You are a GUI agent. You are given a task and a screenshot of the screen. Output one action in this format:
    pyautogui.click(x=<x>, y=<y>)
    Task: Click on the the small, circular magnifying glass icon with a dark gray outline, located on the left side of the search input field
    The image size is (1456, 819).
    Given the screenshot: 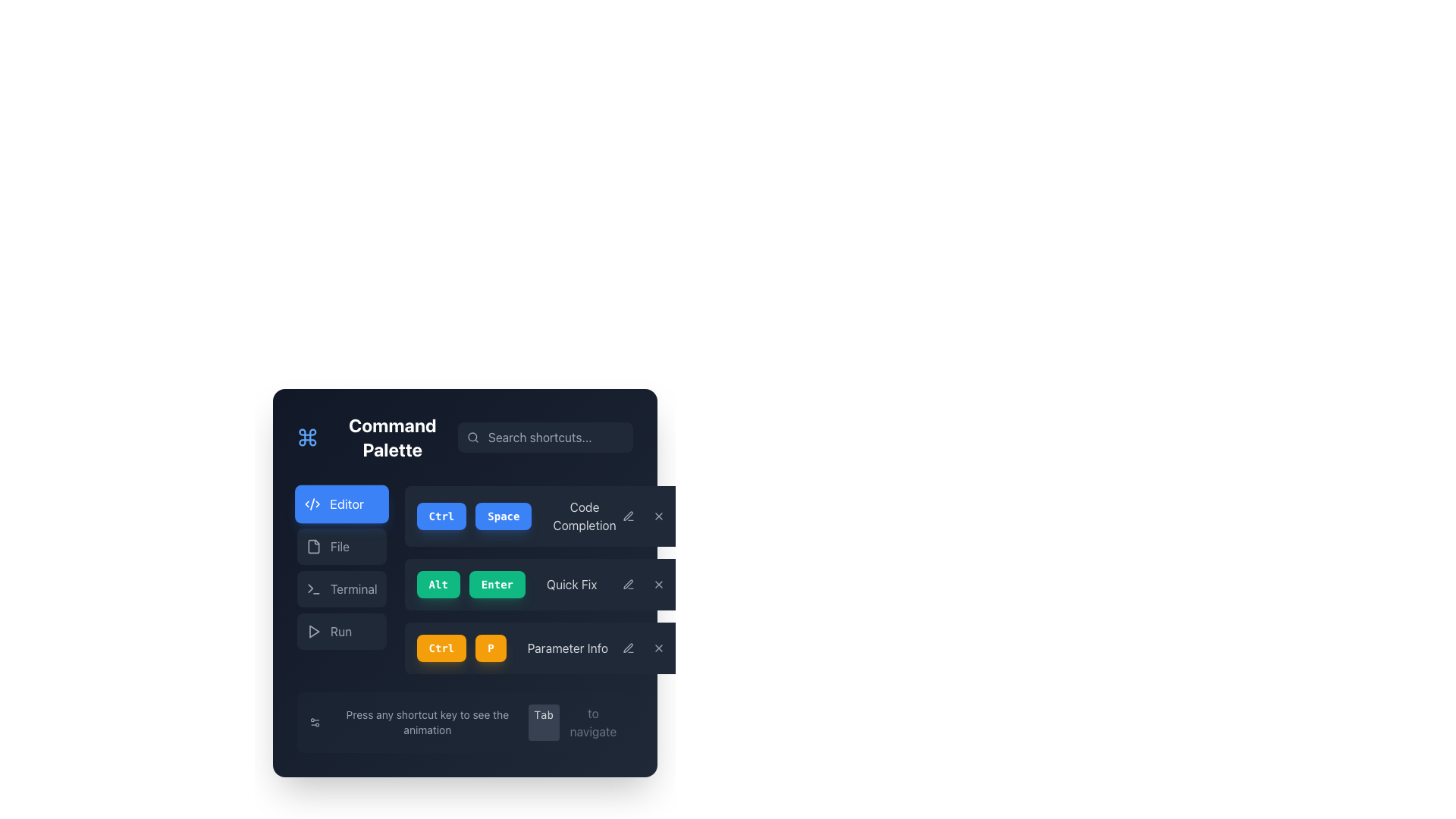 What is the action you would take?
    pyautogui.click(x=472, y=438)
    